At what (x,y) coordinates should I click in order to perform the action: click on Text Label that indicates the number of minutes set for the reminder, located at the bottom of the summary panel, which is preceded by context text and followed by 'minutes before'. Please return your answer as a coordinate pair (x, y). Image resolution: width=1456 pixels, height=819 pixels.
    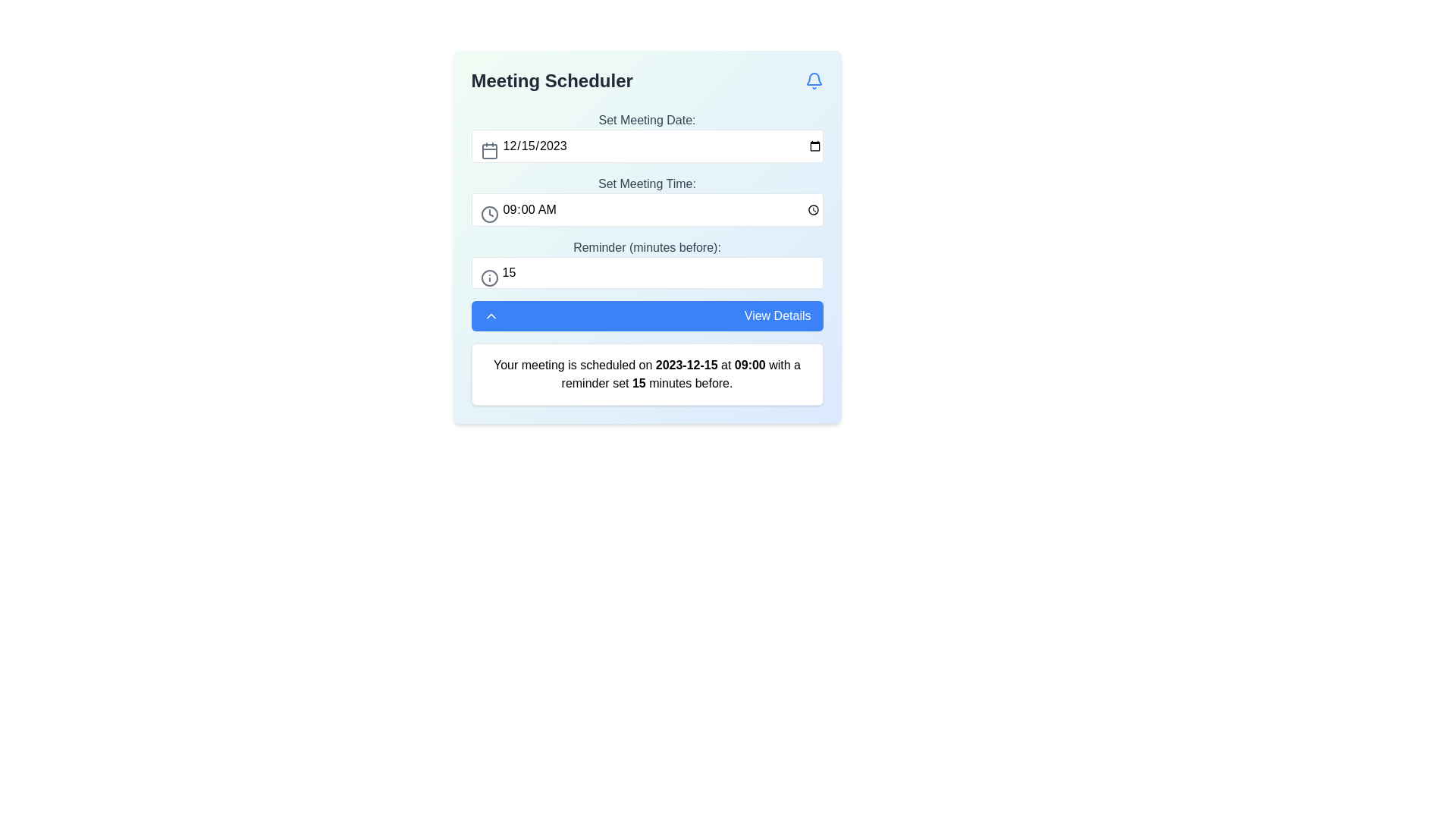
    Looking at the image, I should click on (639, 382).